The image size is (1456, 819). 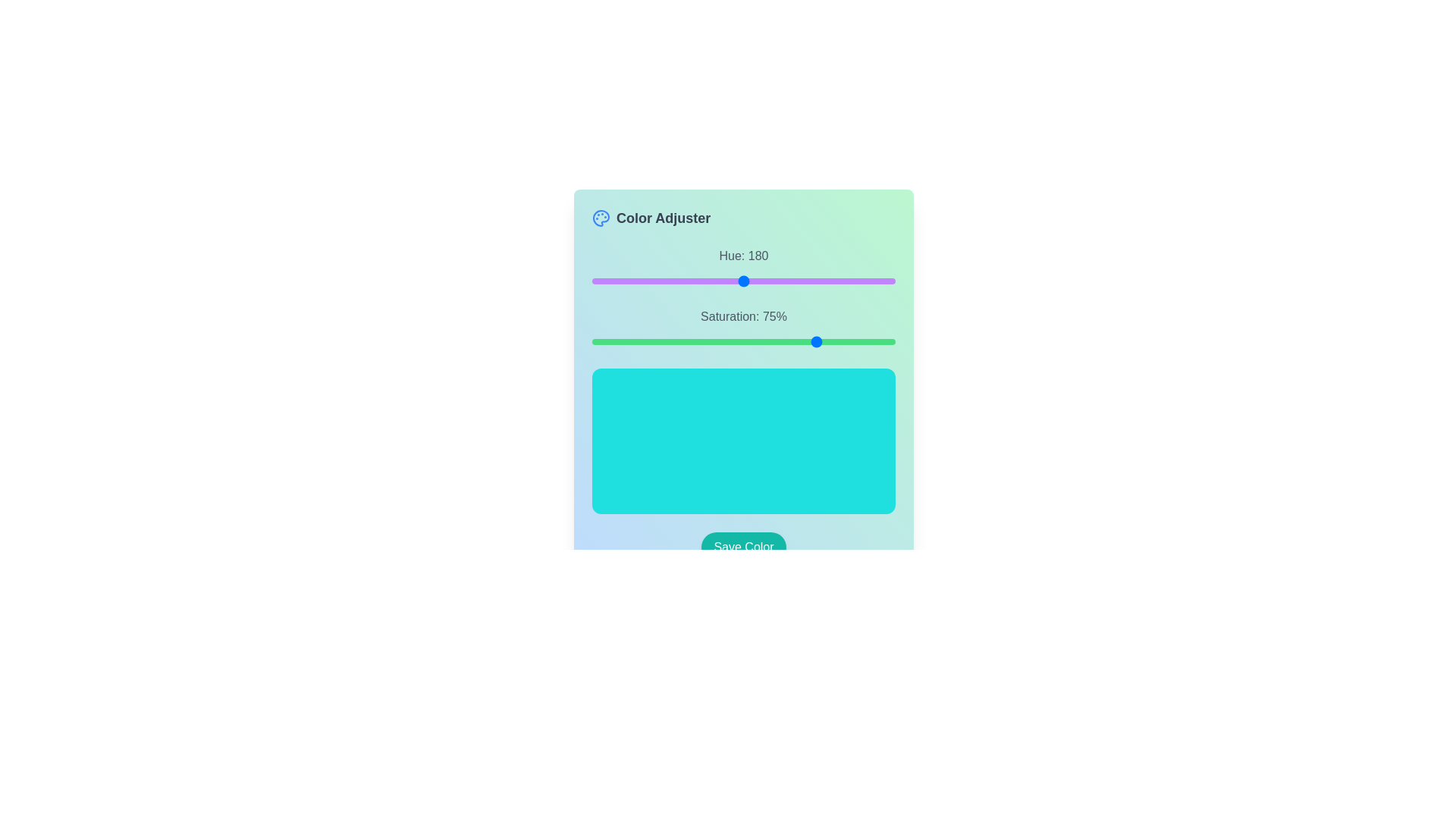 I want to click on text from the 'Color Adjuster' text label displayed in a bold, large font with a grayish hue, located to the right of a palette icon in the header section of the user interface, so click(x=664, y=218).